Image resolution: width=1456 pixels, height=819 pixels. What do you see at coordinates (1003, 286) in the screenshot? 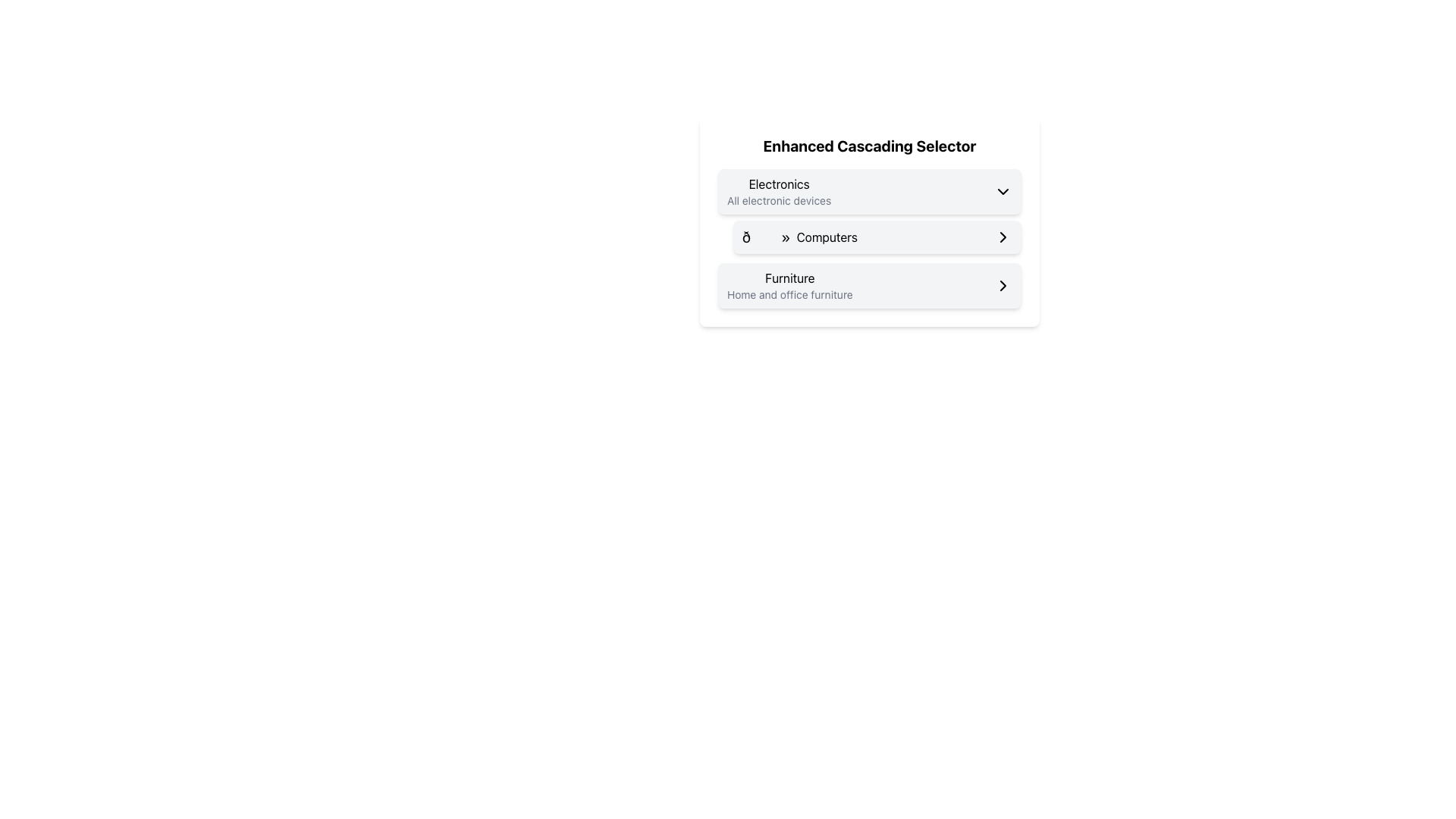
I see `the SVG right chevron icon at the end of the 'Furniture' option` at bounding box center [1003, 286].